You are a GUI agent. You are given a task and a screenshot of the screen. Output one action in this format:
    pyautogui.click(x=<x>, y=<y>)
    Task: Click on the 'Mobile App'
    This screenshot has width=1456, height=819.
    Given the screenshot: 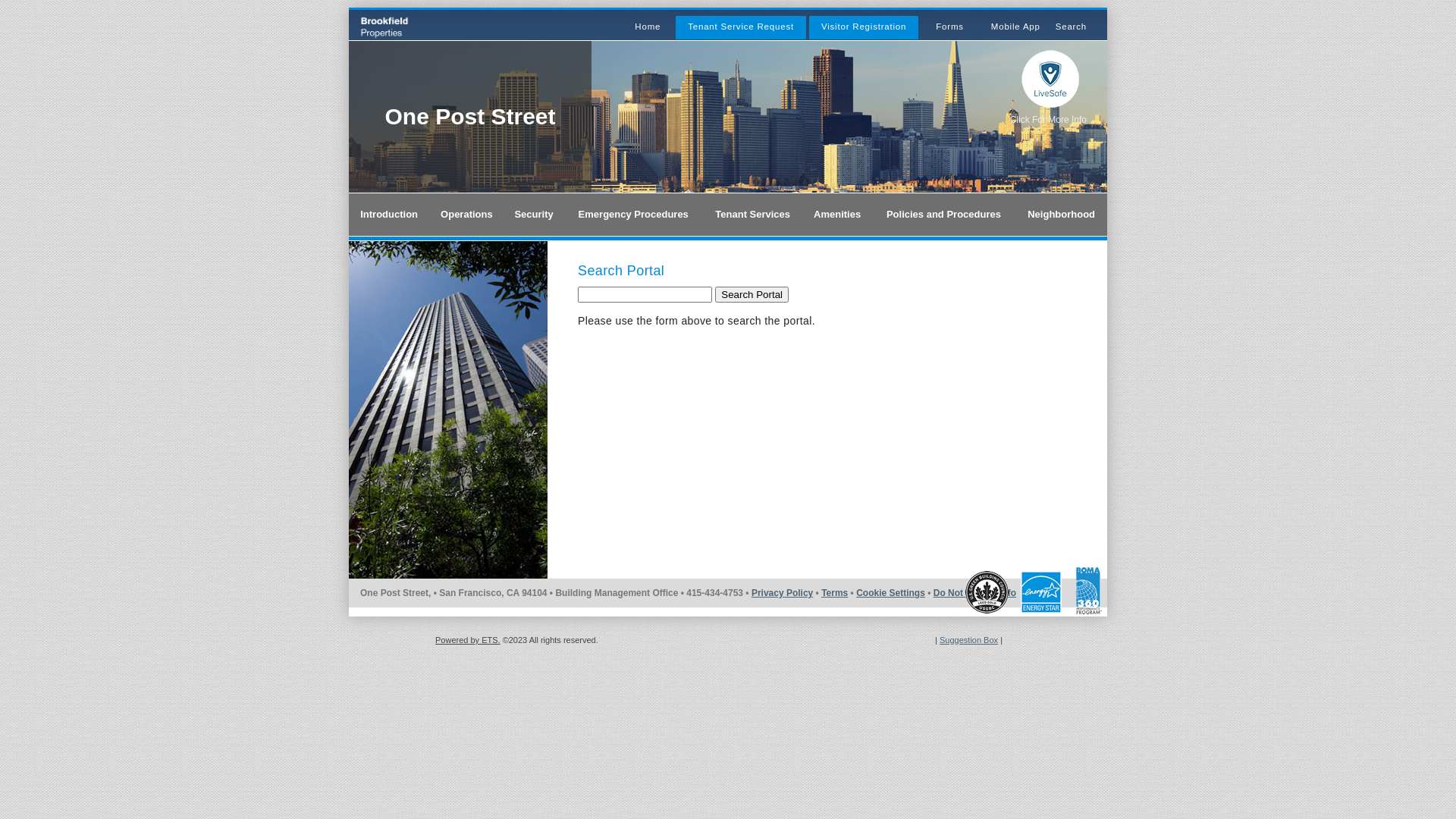 What is the action you would take?
    pyautogui.click(x=1015, y=26)
    